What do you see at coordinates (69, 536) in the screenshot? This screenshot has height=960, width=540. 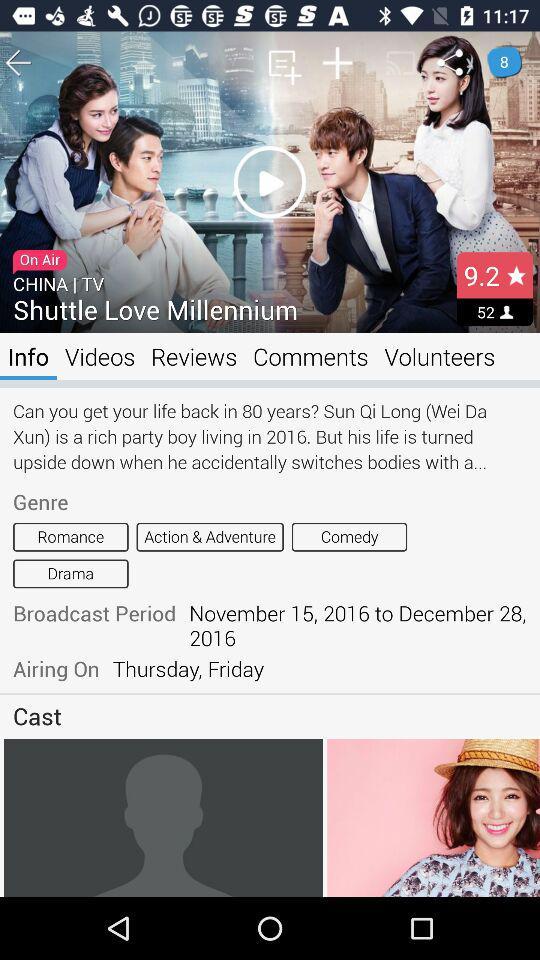 I see `romance icon` at bounding box center [69, 536].